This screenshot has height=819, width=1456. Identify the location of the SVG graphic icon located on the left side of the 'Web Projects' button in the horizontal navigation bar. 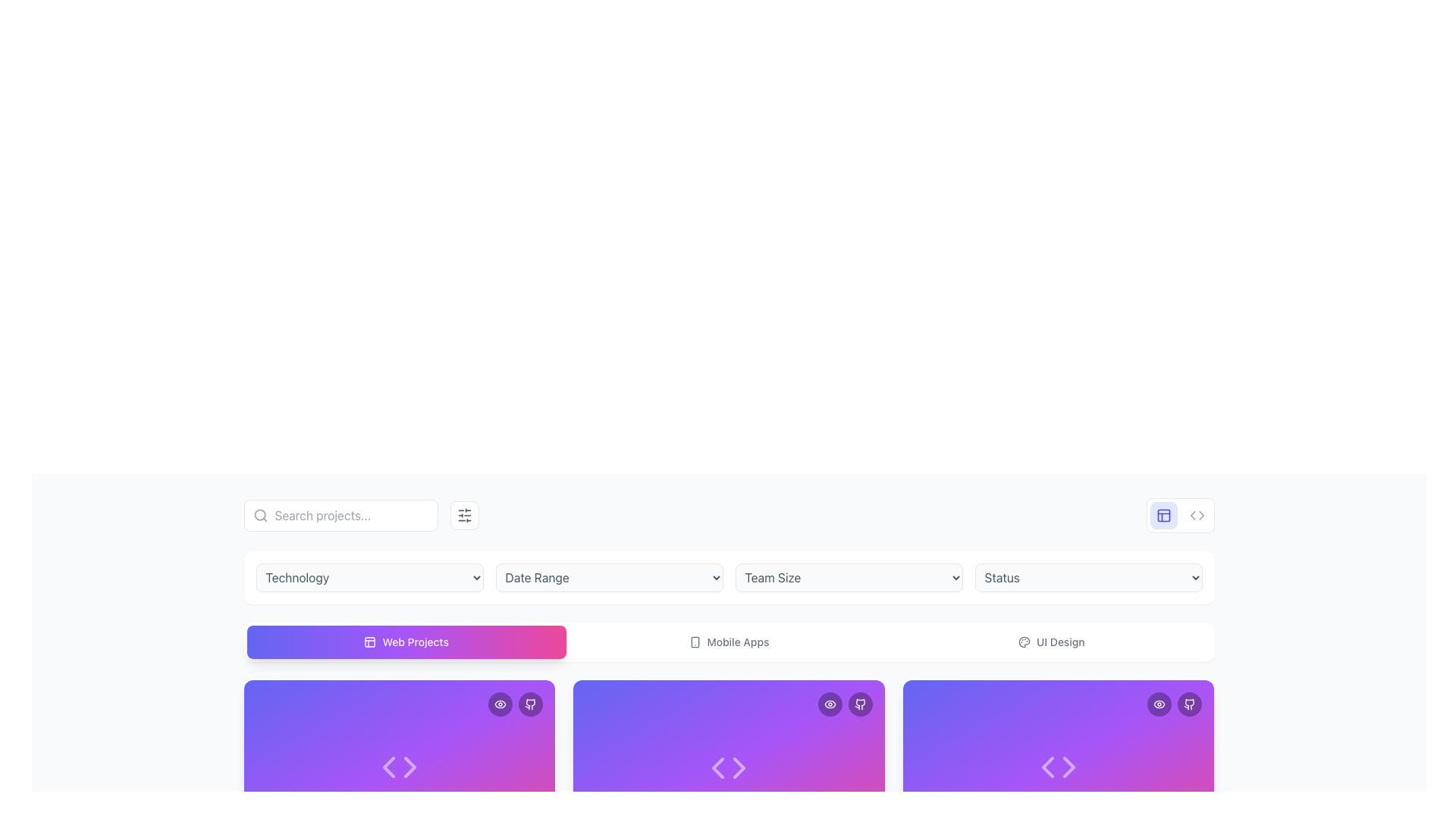
(370, 642).